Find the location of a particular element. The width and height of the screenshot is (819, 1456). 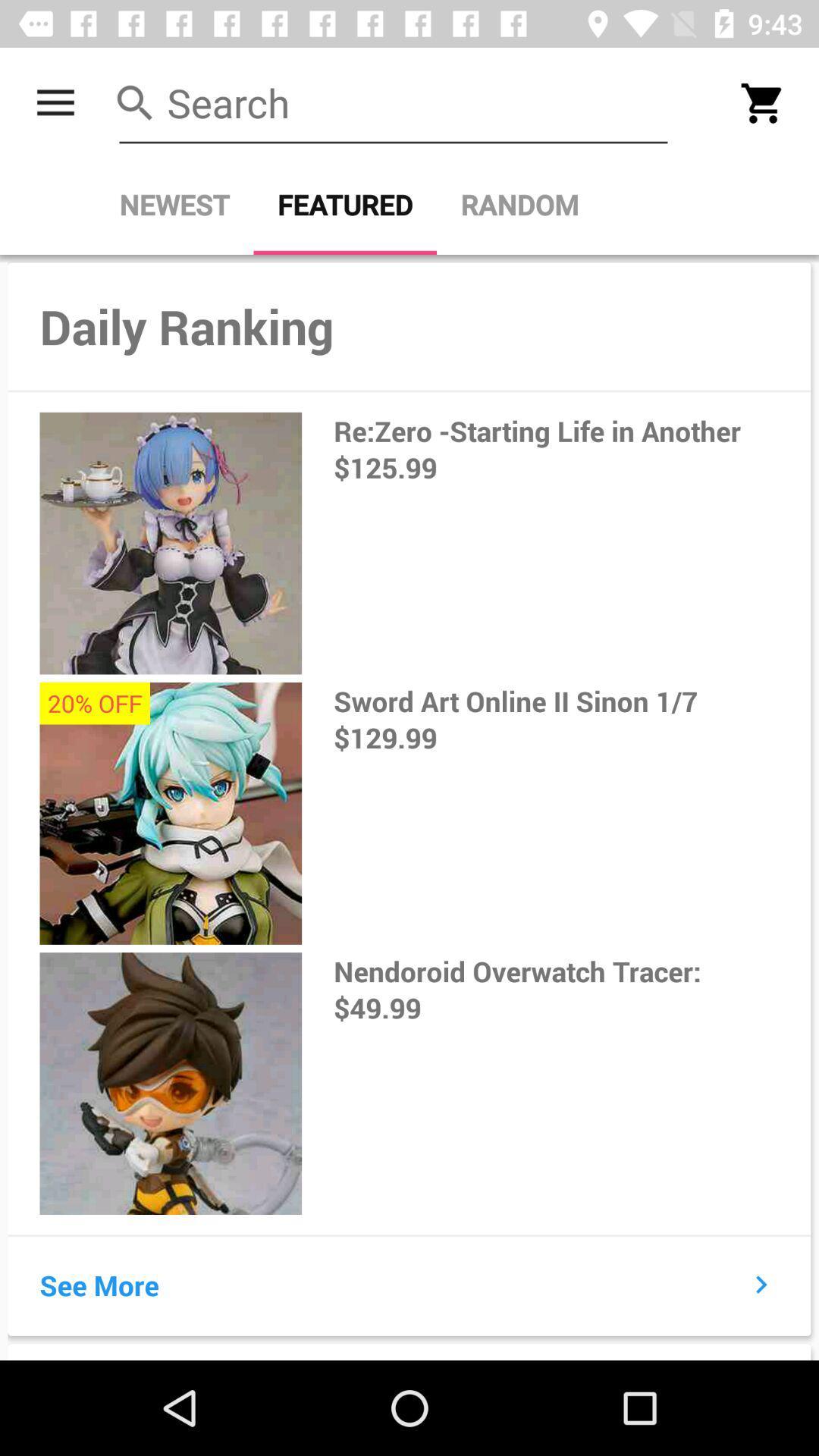

search field is located at coordinates (393, 102).